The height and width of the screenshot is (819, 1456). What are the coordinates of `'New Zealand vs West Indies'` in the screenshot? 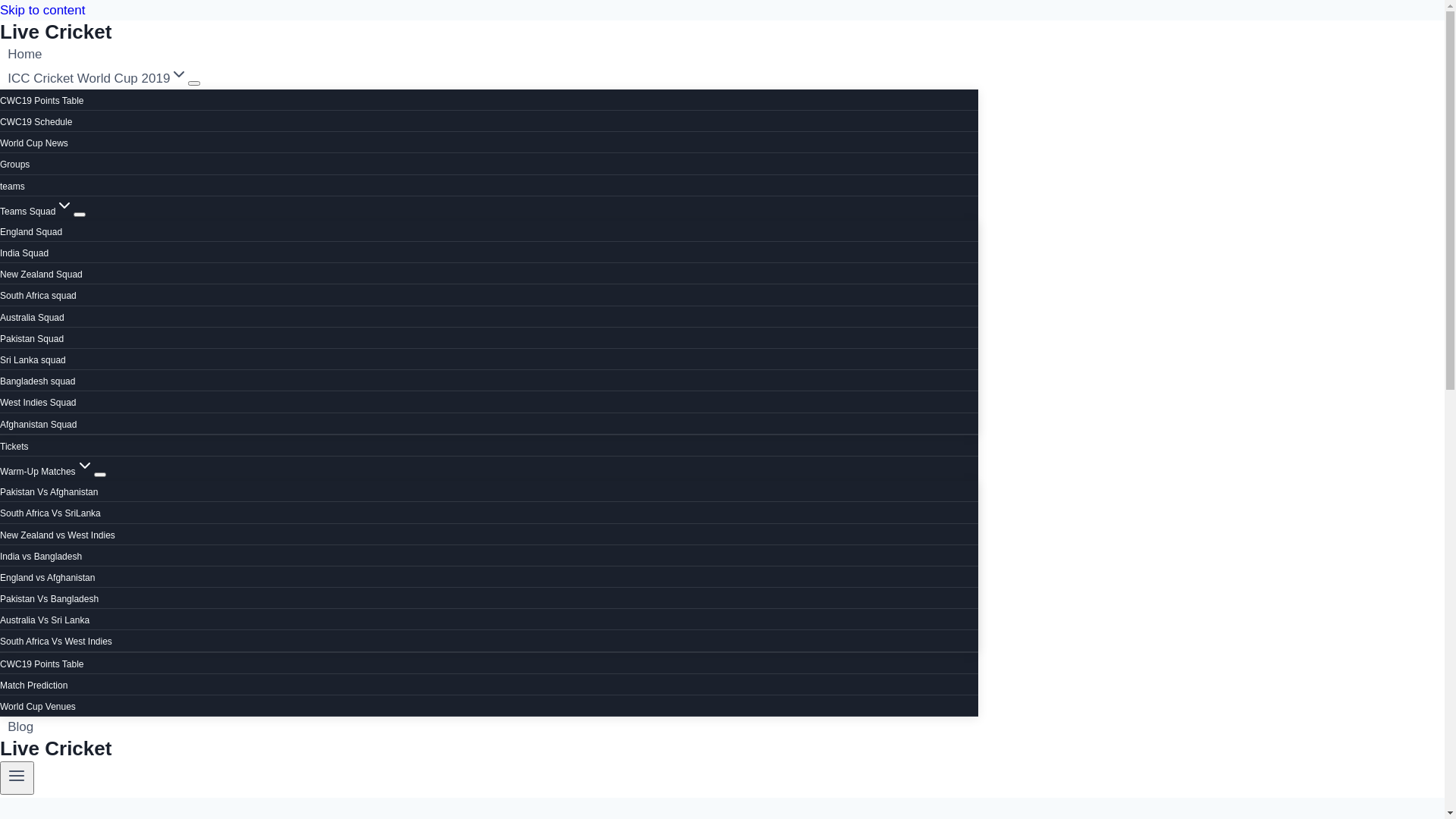 It's located at (0, 534).